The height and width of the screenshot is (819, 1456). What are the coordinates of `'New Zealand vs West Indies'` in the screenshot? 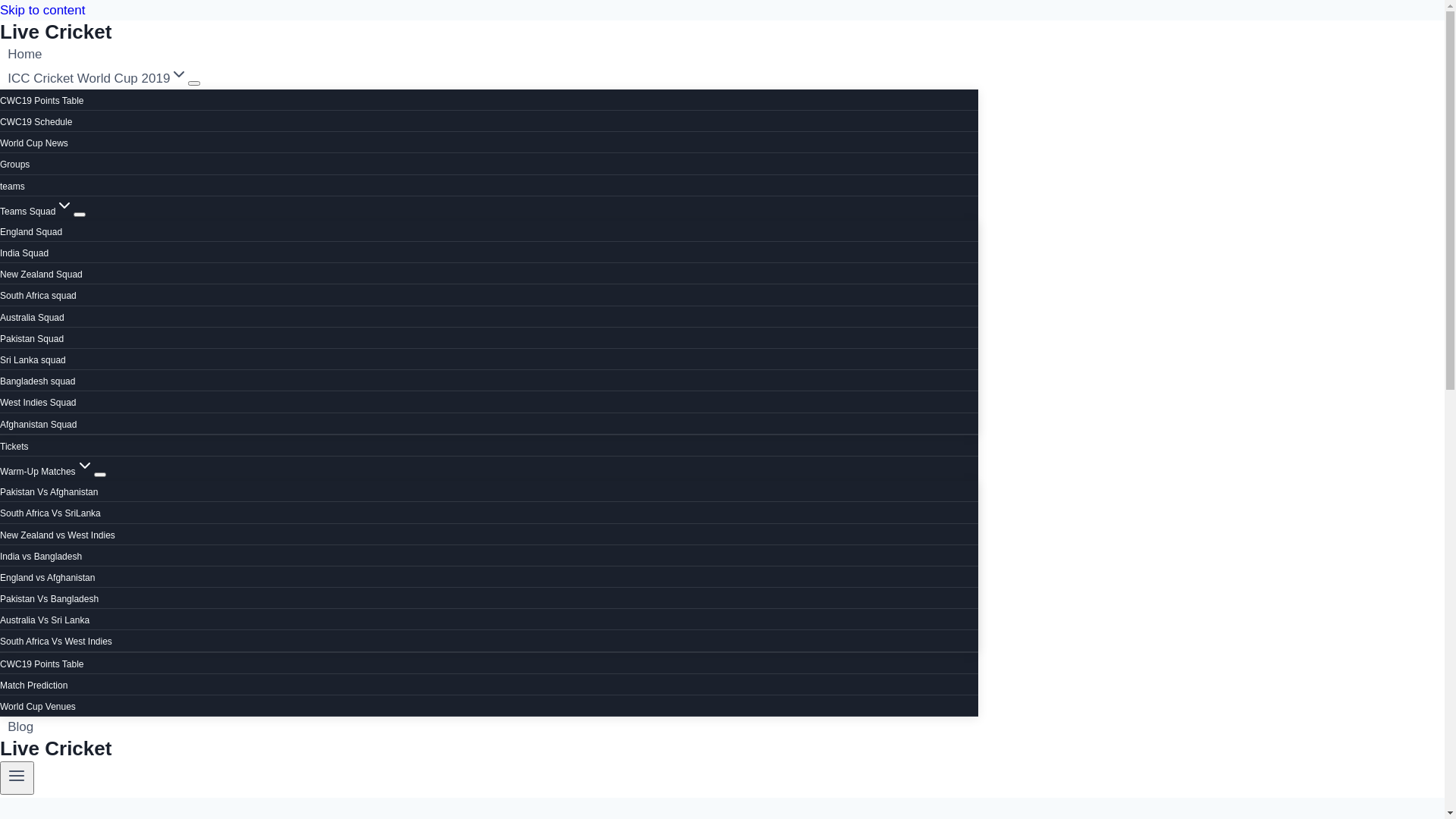 It's located at (0, 534).